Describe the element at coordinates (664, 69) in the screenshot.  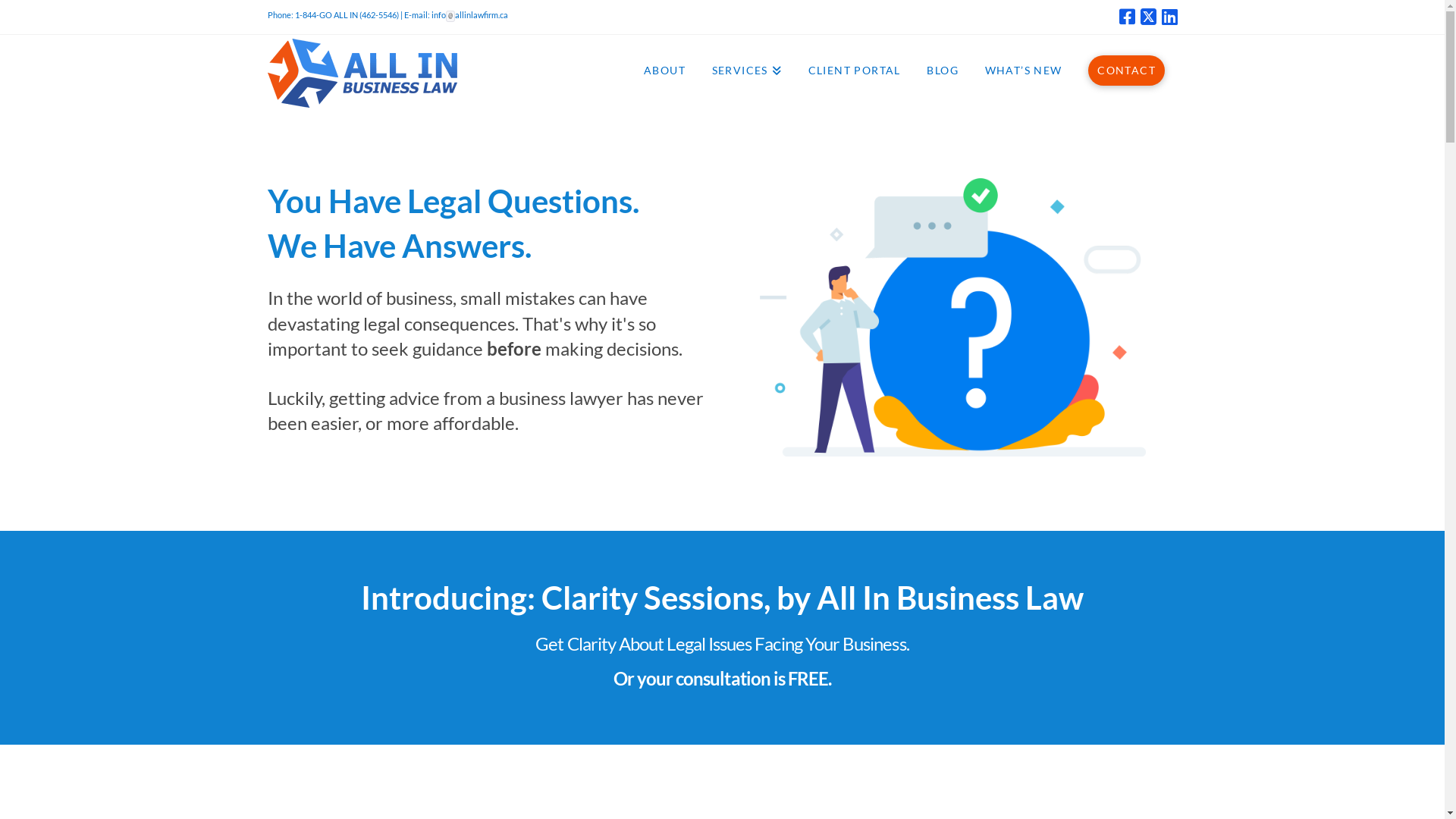
I see `'ABOUT'` at that location.